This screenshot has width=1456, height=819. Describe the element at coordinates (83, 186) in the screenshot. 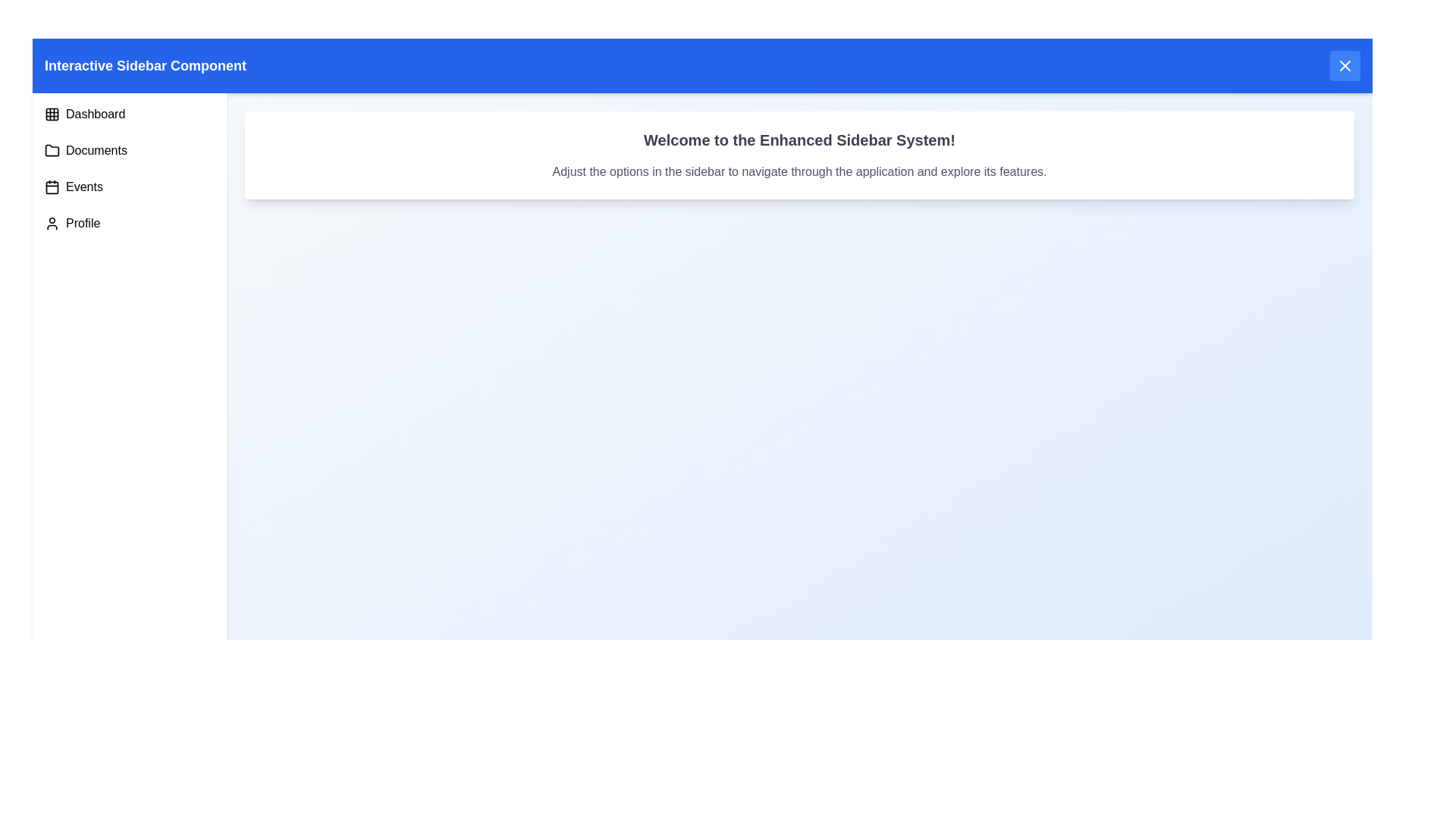

I see `the 'Events' text label located in the vertical sidebar menu` at that location.